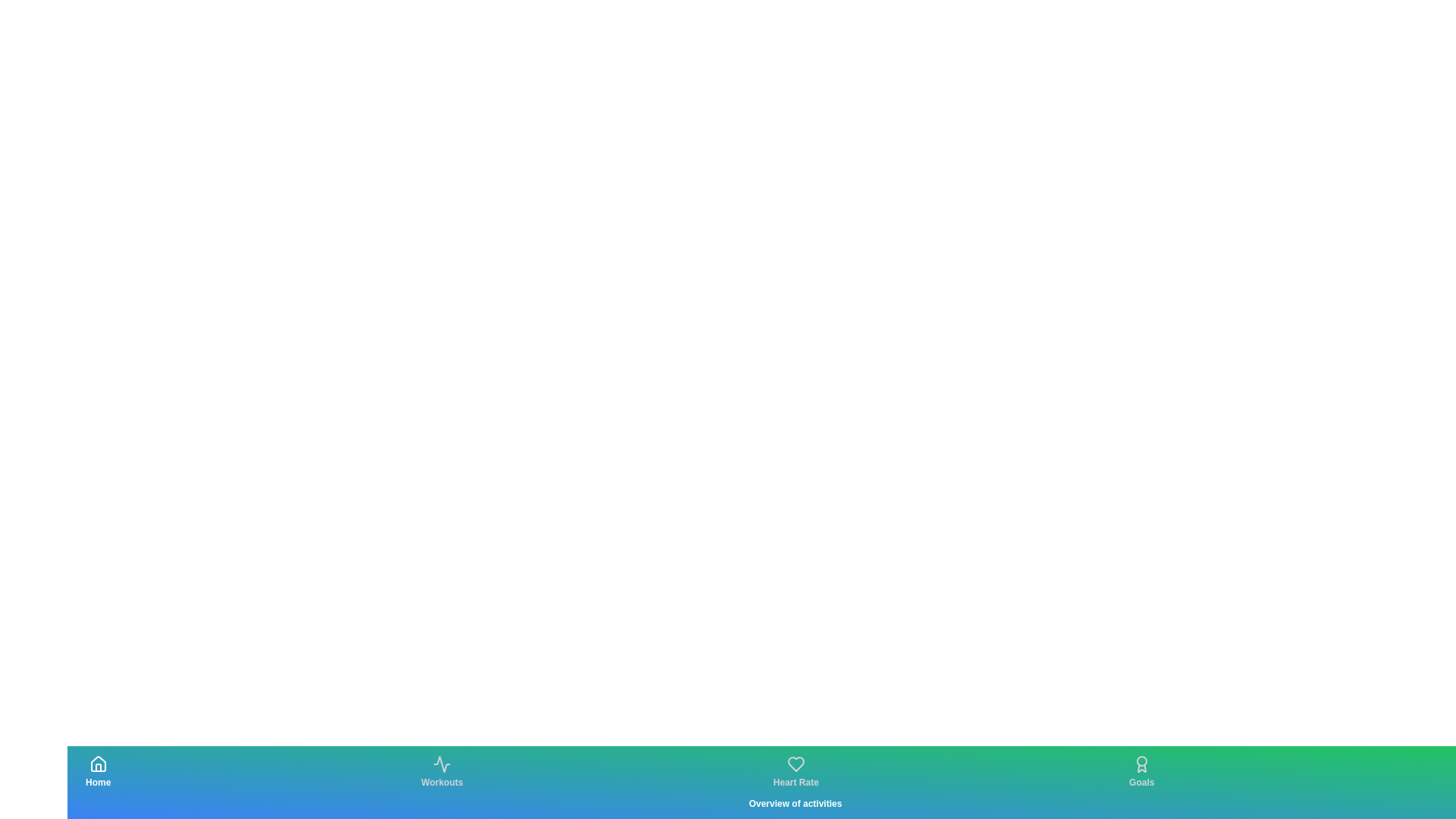 Image resolution: width=1456 pixels, height=819 pixels. I want to click on the Heart Rate tab to switch to its section, so click(795, 772).